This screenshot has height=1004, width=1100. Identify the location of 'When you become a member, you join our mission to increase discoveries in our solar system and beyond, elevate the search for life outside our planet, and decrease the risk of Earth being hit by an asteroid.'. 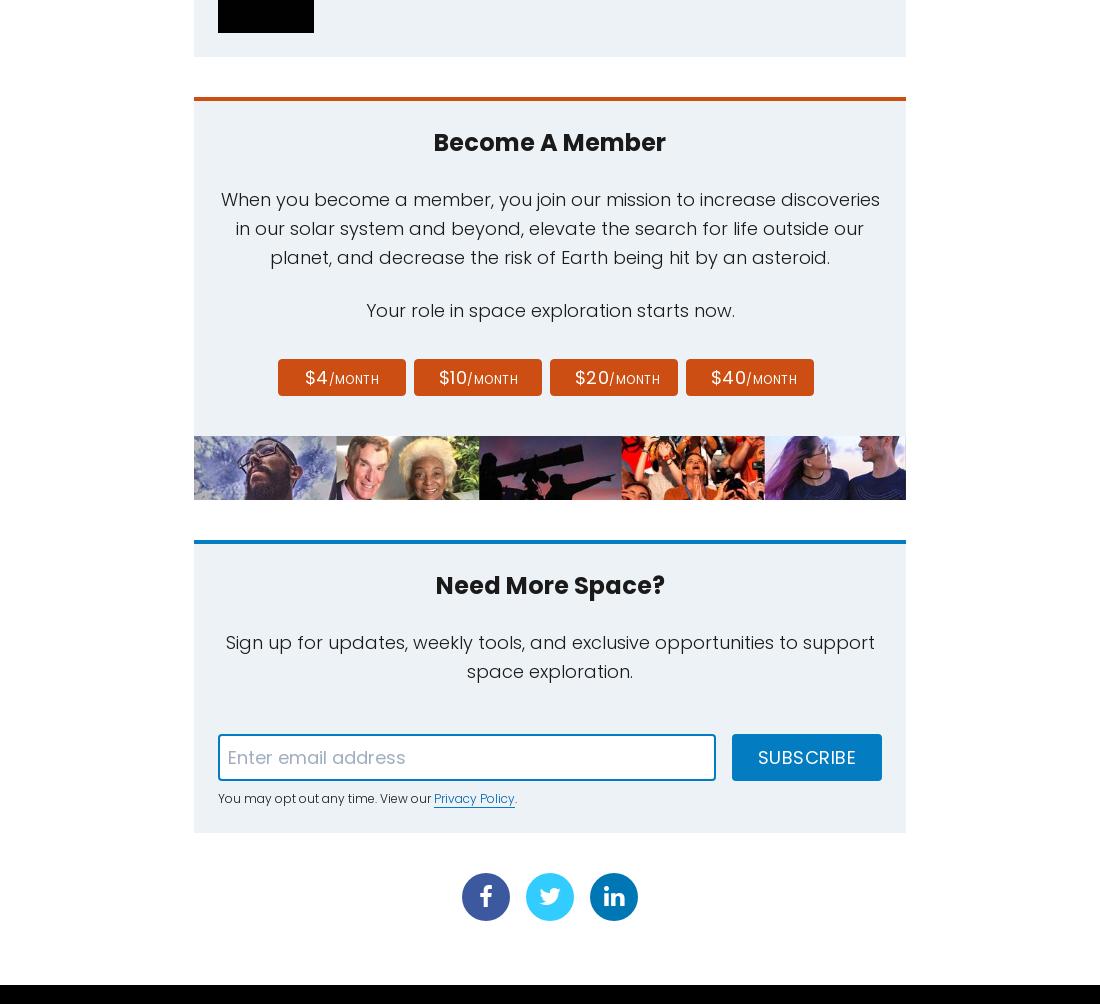
(220, 227).